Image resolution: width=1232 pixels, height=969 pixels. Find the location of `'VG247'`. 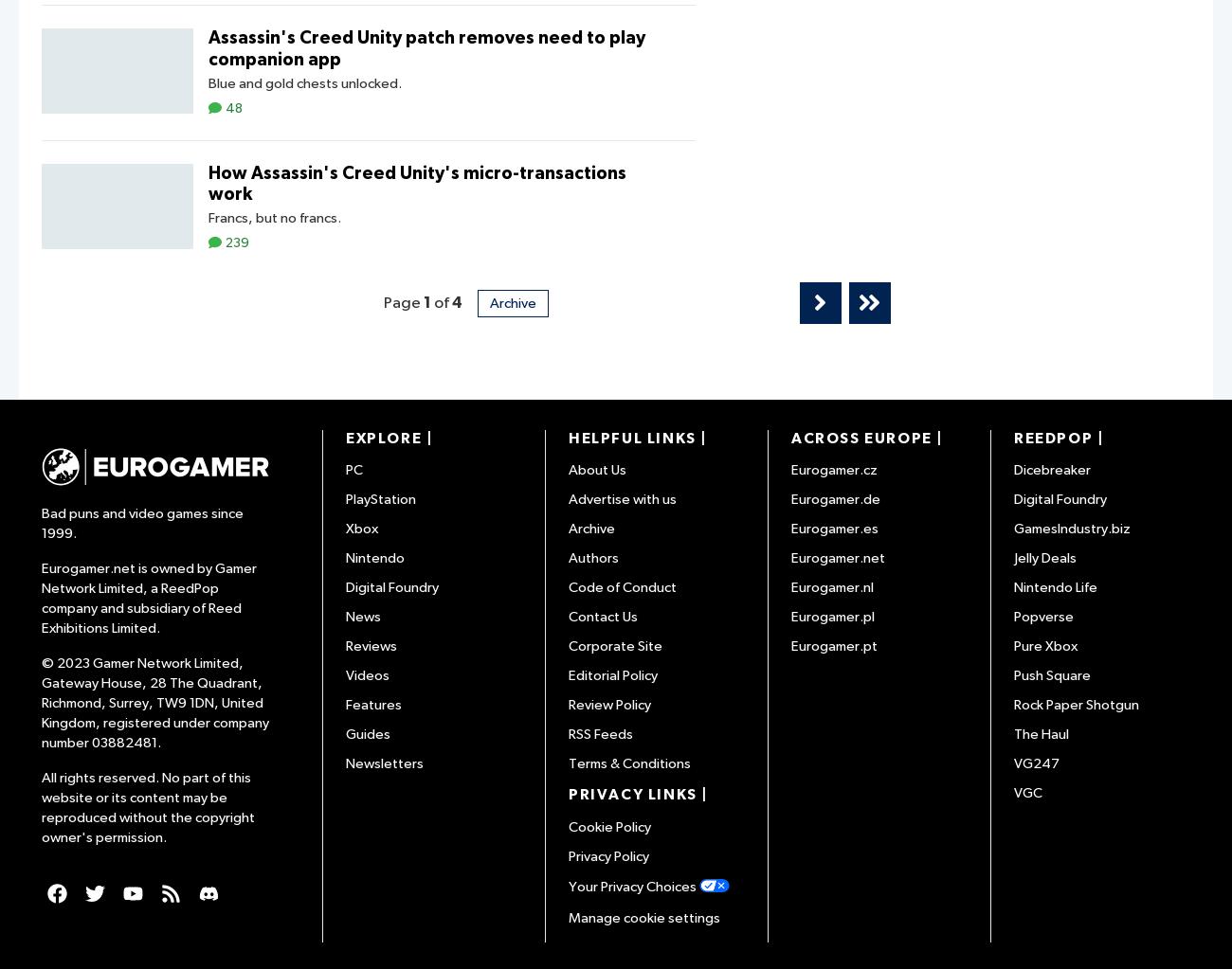

'VG247' is located at coordinates (1035, 763).